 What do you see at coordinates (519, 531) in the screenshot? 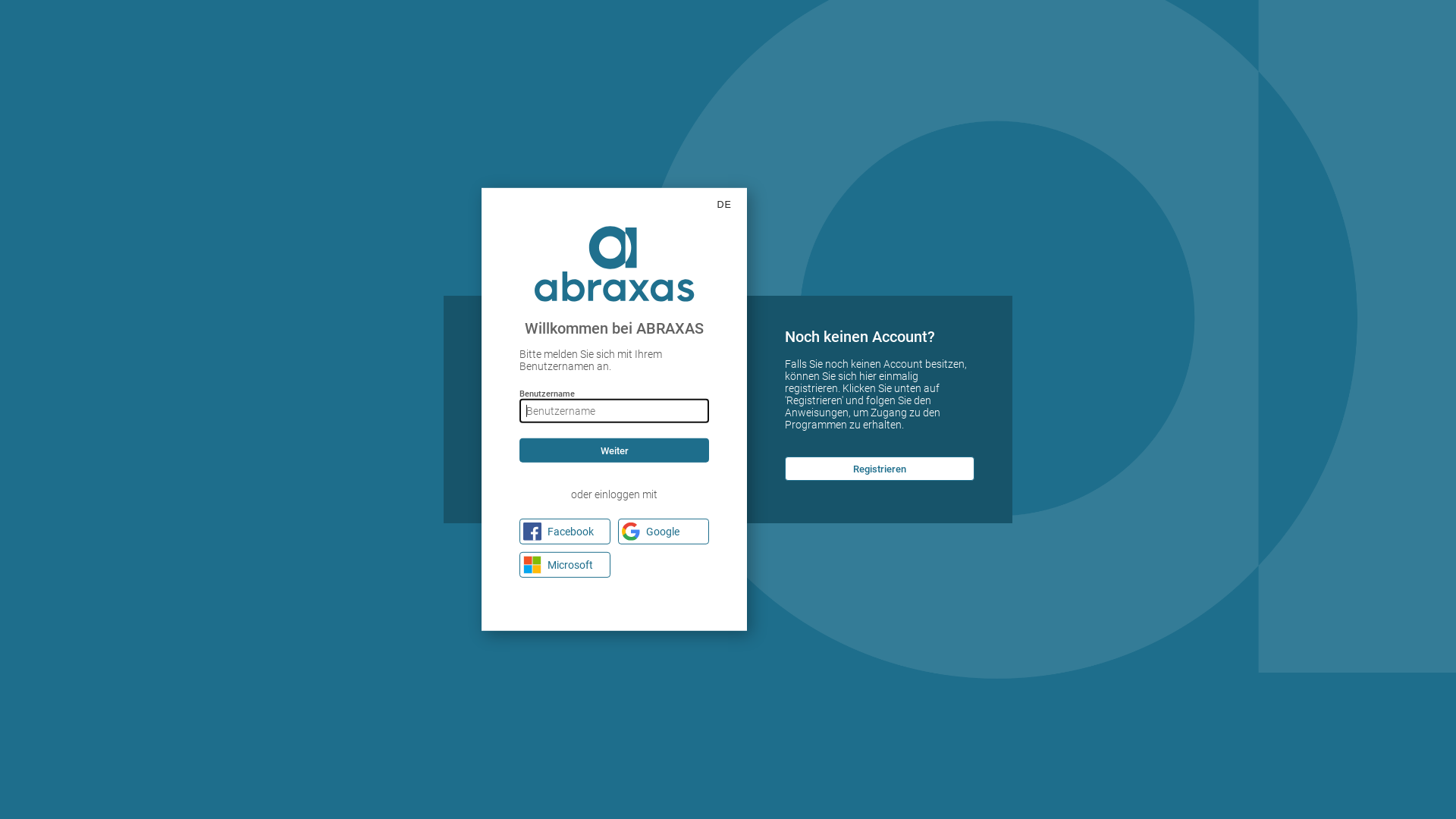
I see `'Facebook'` at bounding box center [519, 531].